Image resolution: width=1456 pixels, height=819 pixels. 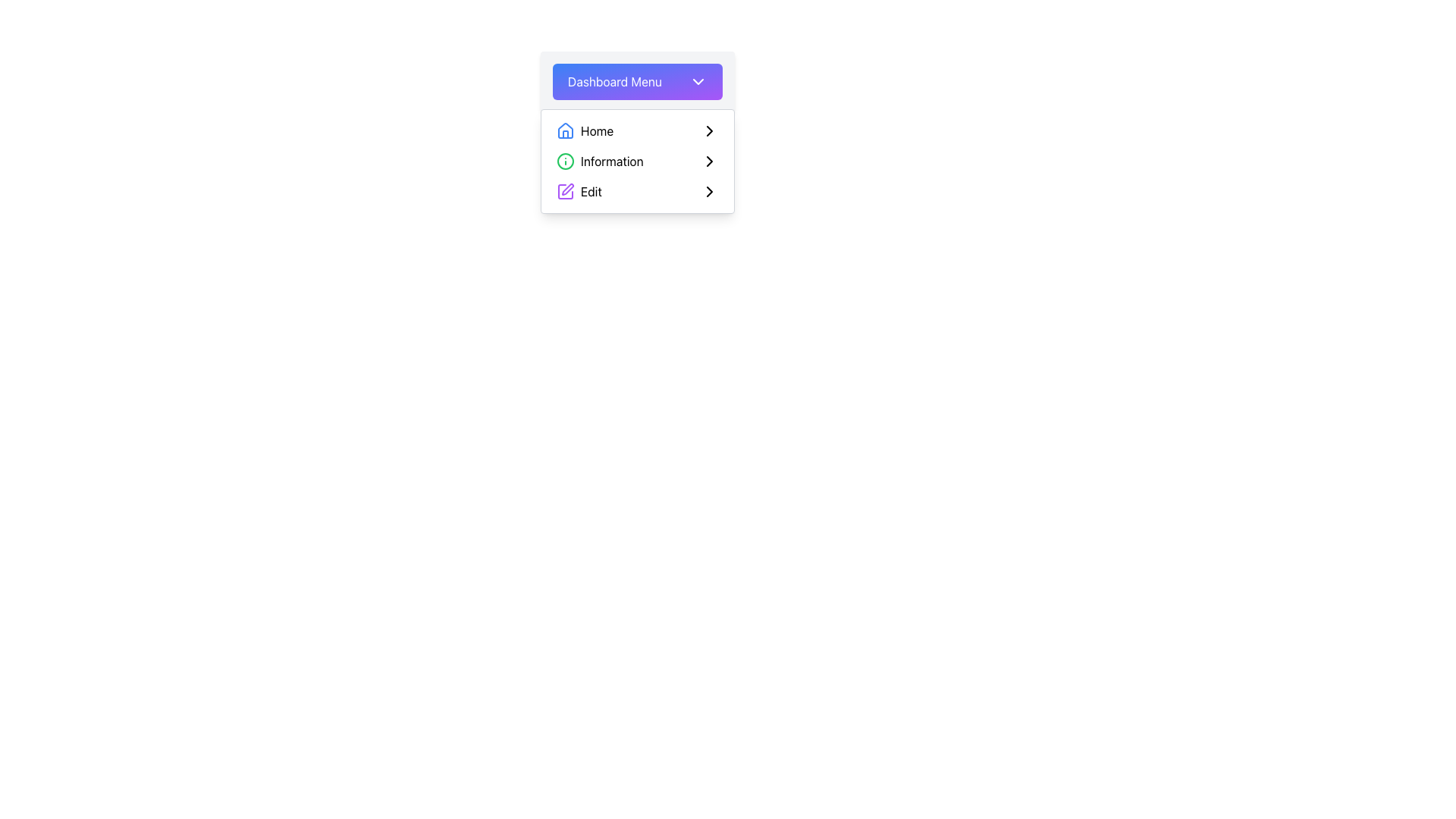 What do you see at coordinates (637, 191) in the screenshot?
I see `the 'Edit' menu item located at the bottom of the dropdown menu` at bounding box center [637, 191].